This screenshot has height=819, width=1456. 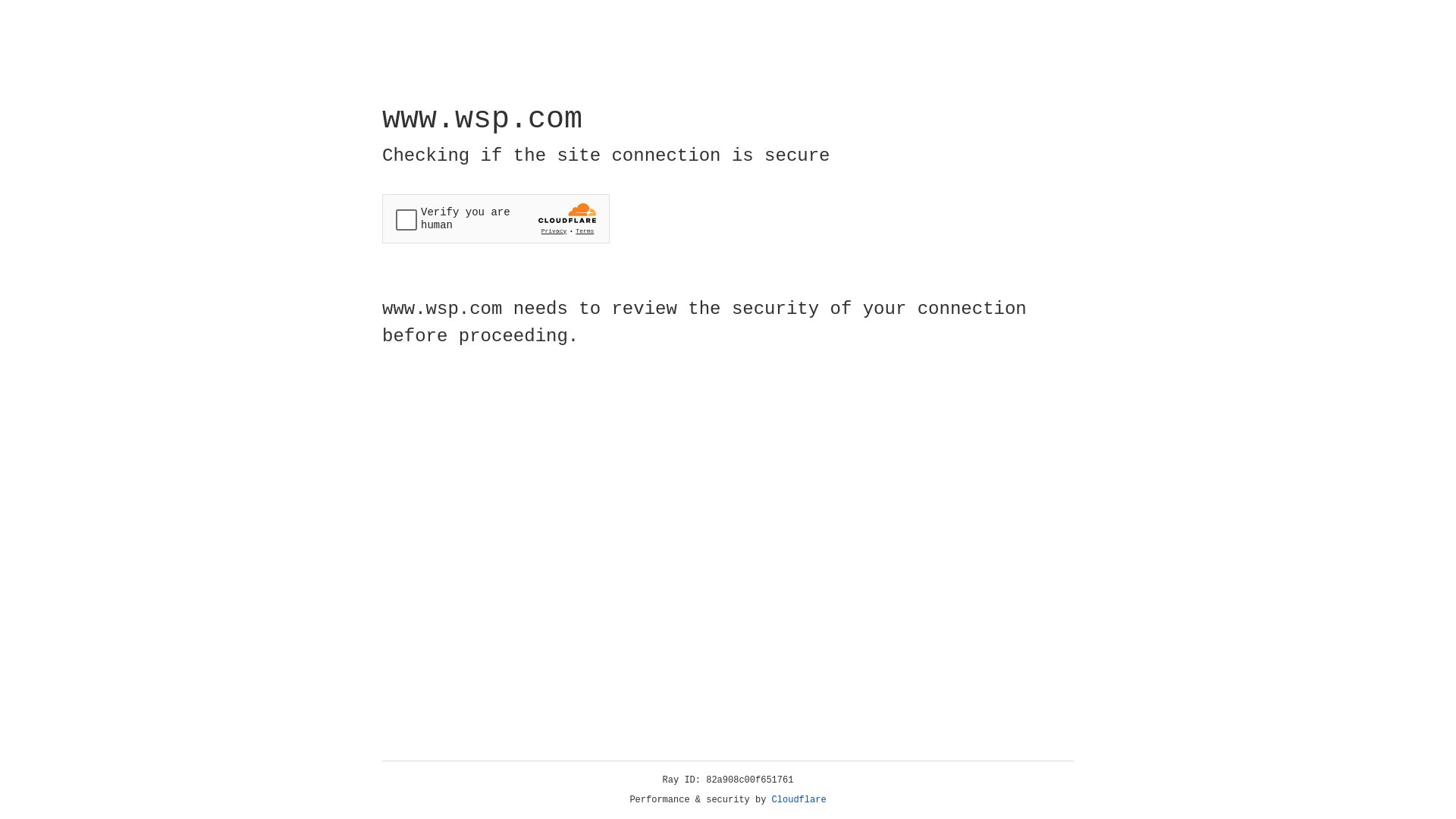 What do you see at coordinates (799, 799) in the screenshot?
I see `'Cloudflare'` at bounding box center [799, 799].